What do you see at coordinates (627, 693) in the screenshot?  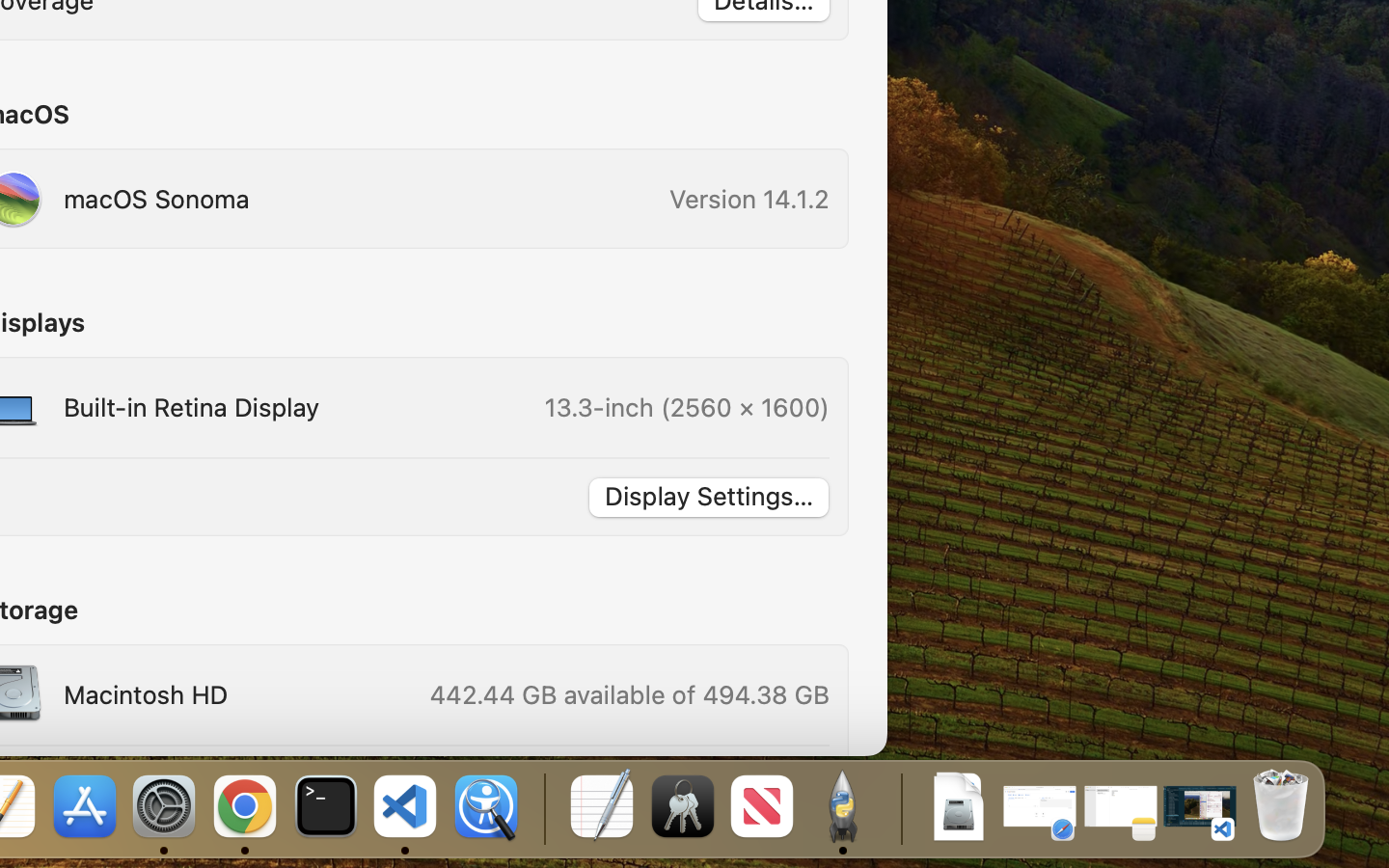 I see `'442.44 GB available of 494.38 GB'` at bounding box center [627, 693].